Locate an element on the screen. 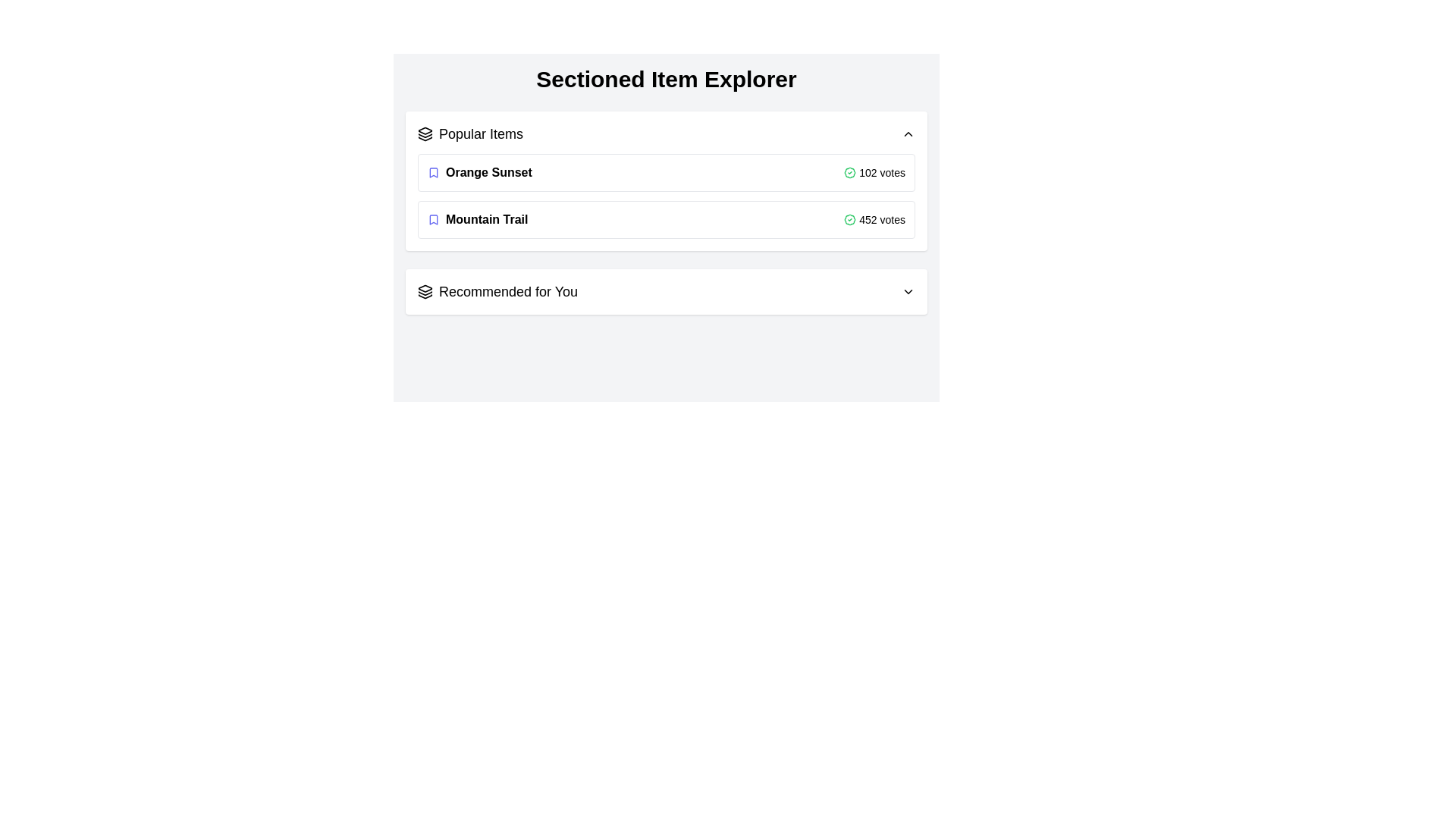 This screenshot has width=1456, height=819. the circular badge icon with a green outline and a checkmark in the center, located next to '452 votes' in the 'Popular Items' section for 'Mountain Trail' is located at coordinates (850, 219).